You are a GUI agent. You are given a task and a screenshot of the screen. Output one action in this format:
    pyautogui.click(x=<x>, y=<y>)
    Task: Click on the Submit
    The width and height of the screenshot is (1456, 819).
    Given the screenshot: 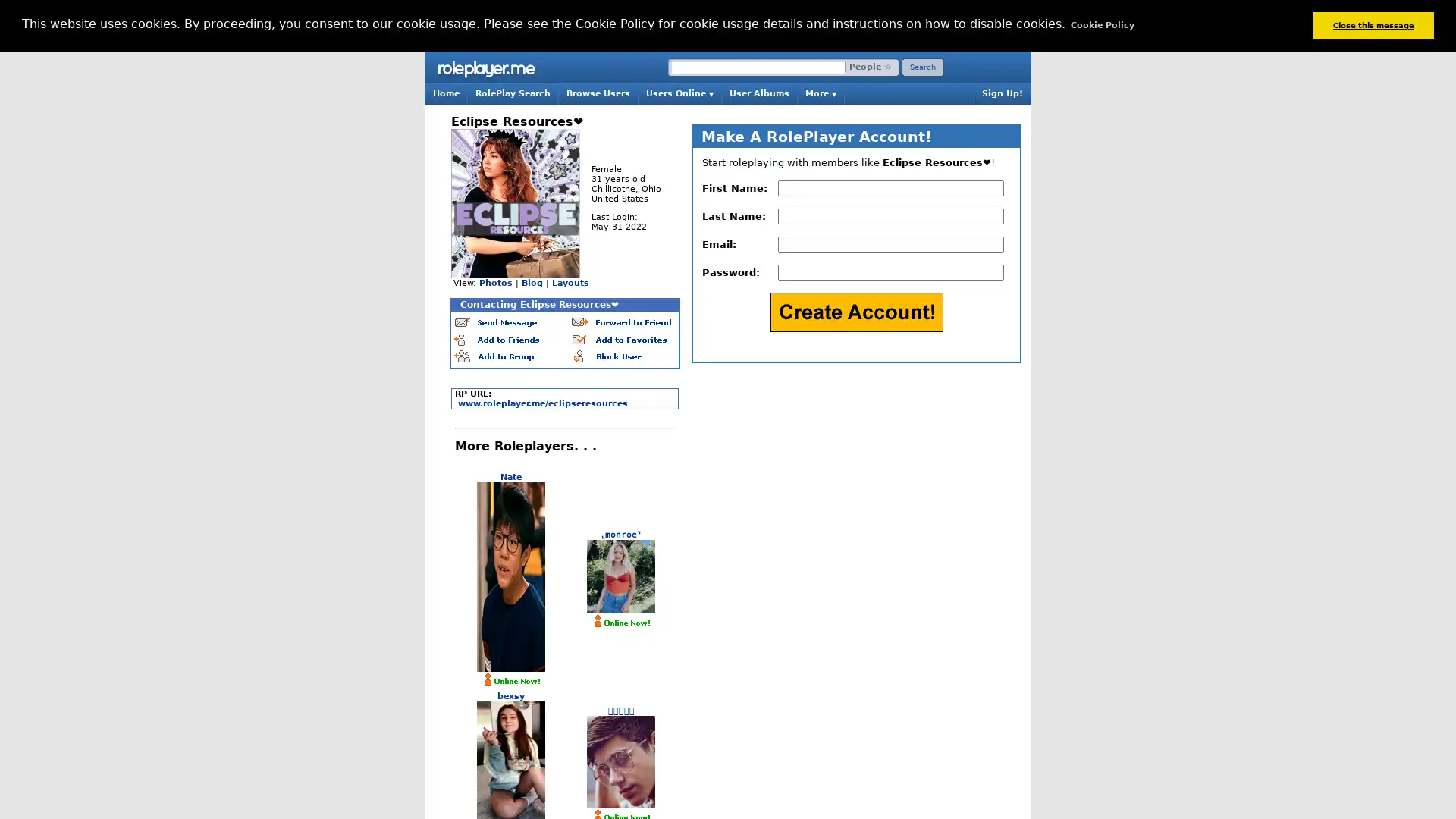 What is the action you would take?
    pyautogui.click(x=855, y=311)
    